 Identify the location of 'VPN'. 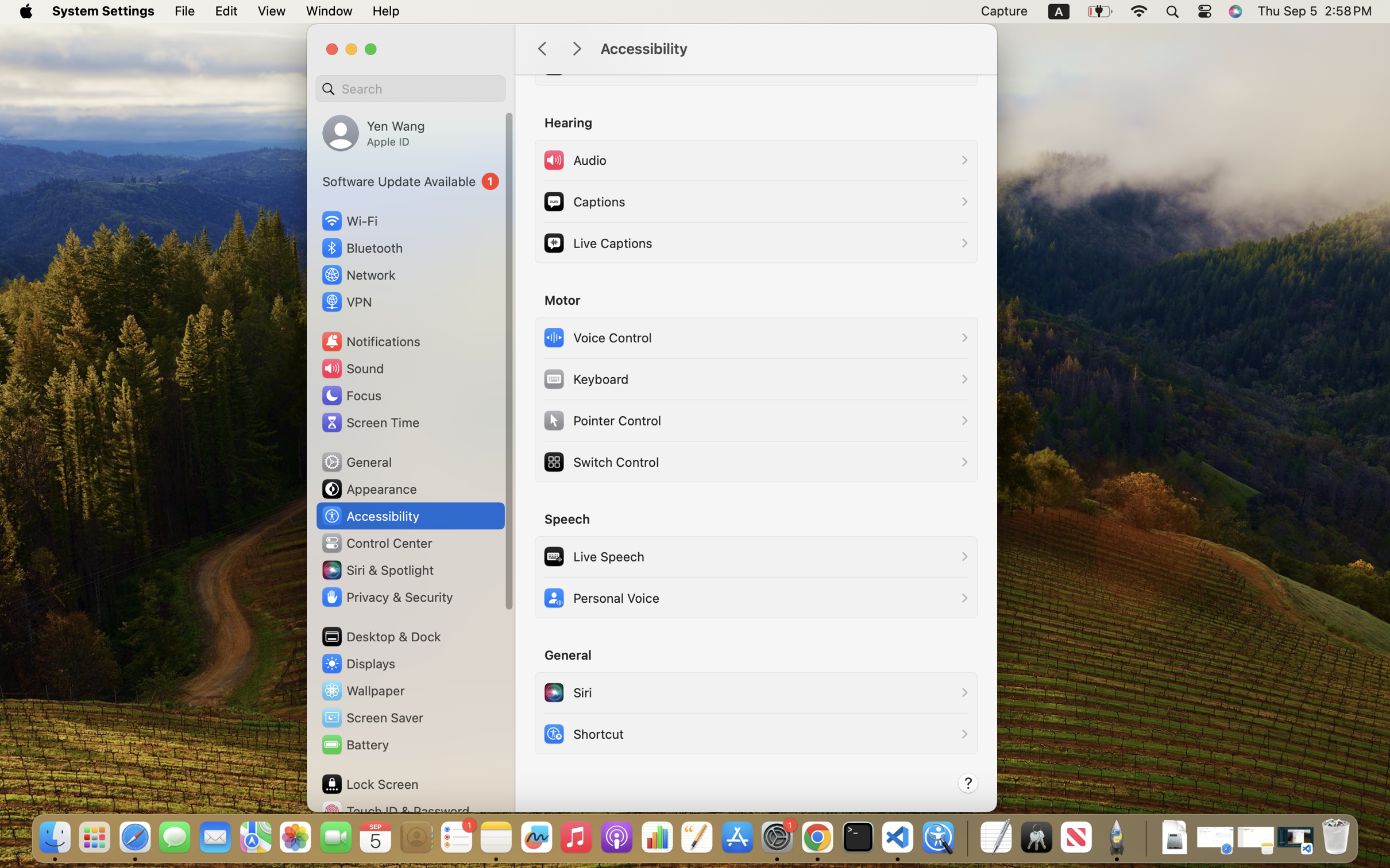
(346, 302).